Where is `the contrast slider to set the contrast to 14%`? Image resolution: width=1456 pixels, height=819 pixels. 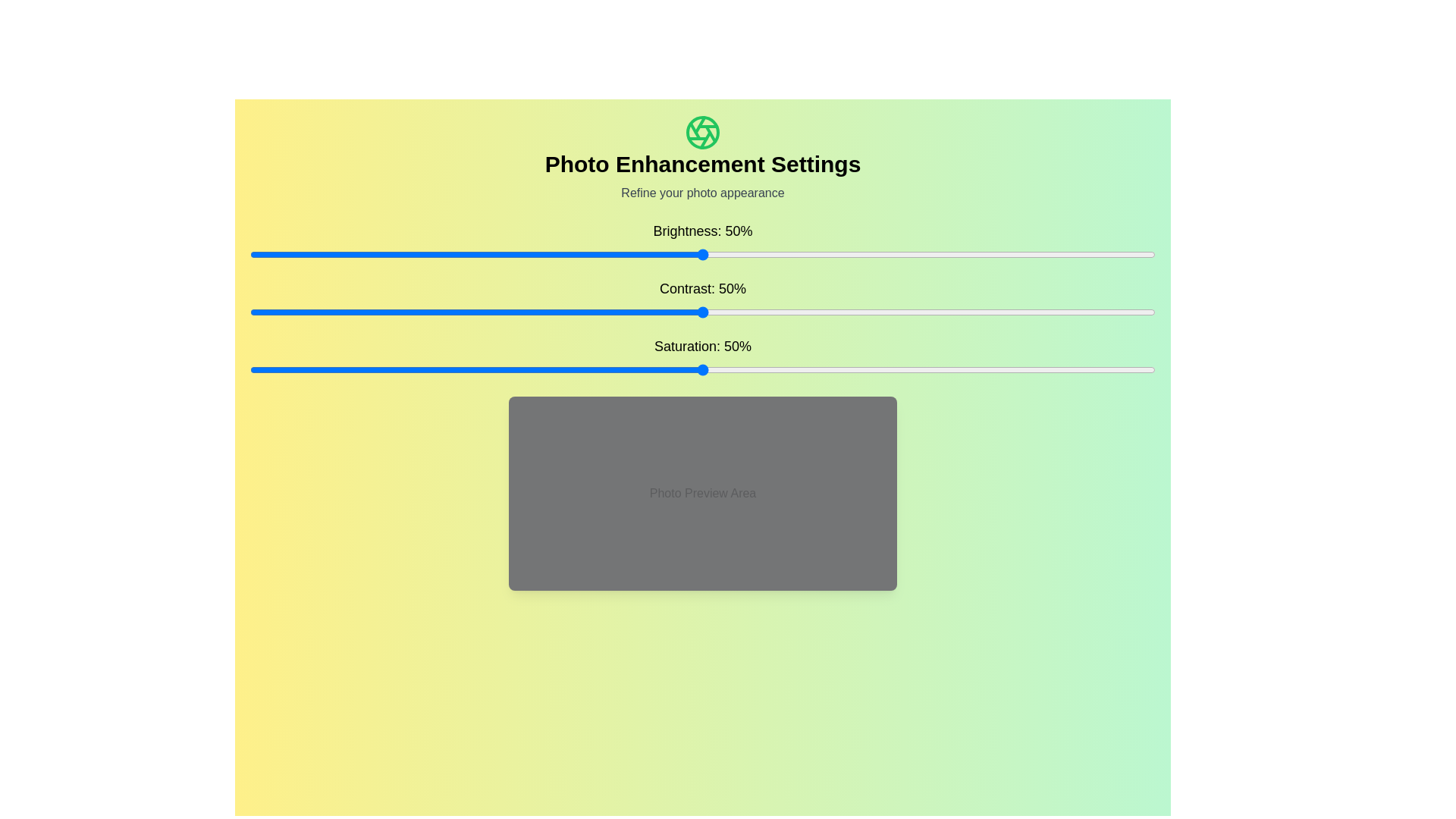
the contrast slider to set the contrast to 14% is located at coordinates (377, 312).